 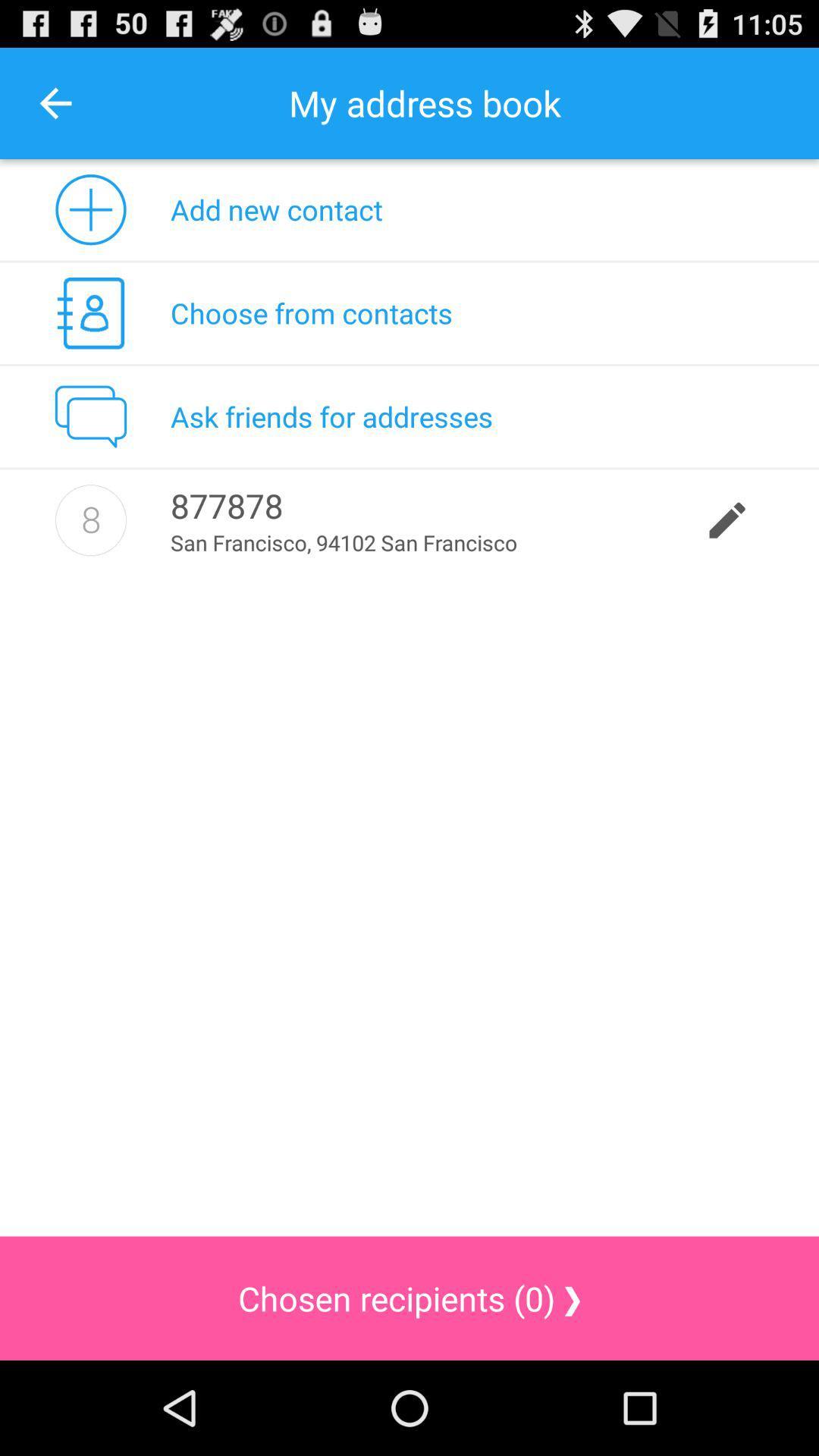 I want to click on icon to the left of 877878 icon, so click(x=90, y=520).